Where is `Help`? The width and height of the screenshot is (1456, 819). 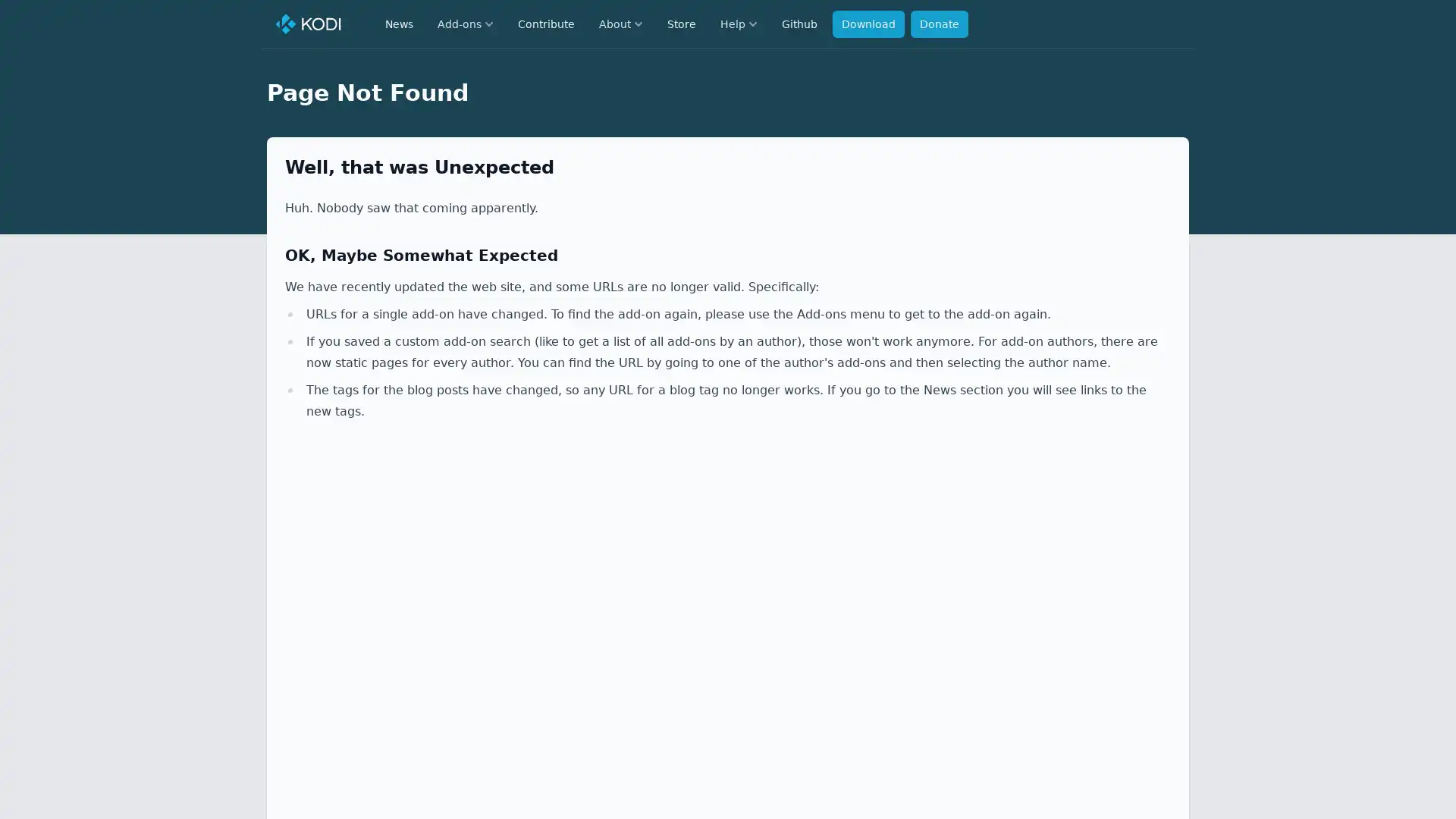
Help is located at coordinates (739, 24).